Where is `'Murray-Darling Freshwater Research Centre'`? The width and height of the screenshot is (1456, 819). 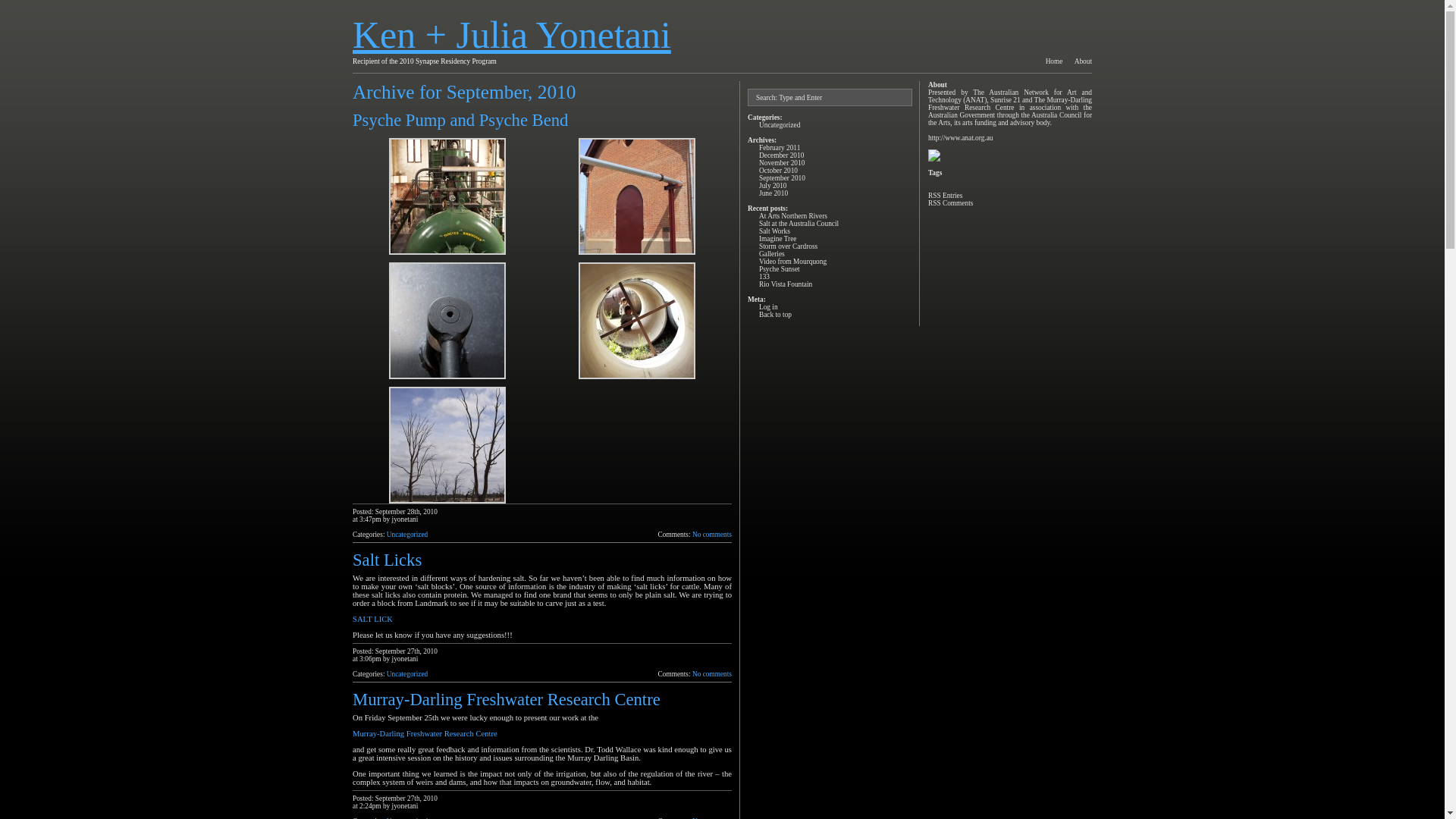
'Murray-Darling Freshwater Research Centre' is located at coordinates (425, 733).